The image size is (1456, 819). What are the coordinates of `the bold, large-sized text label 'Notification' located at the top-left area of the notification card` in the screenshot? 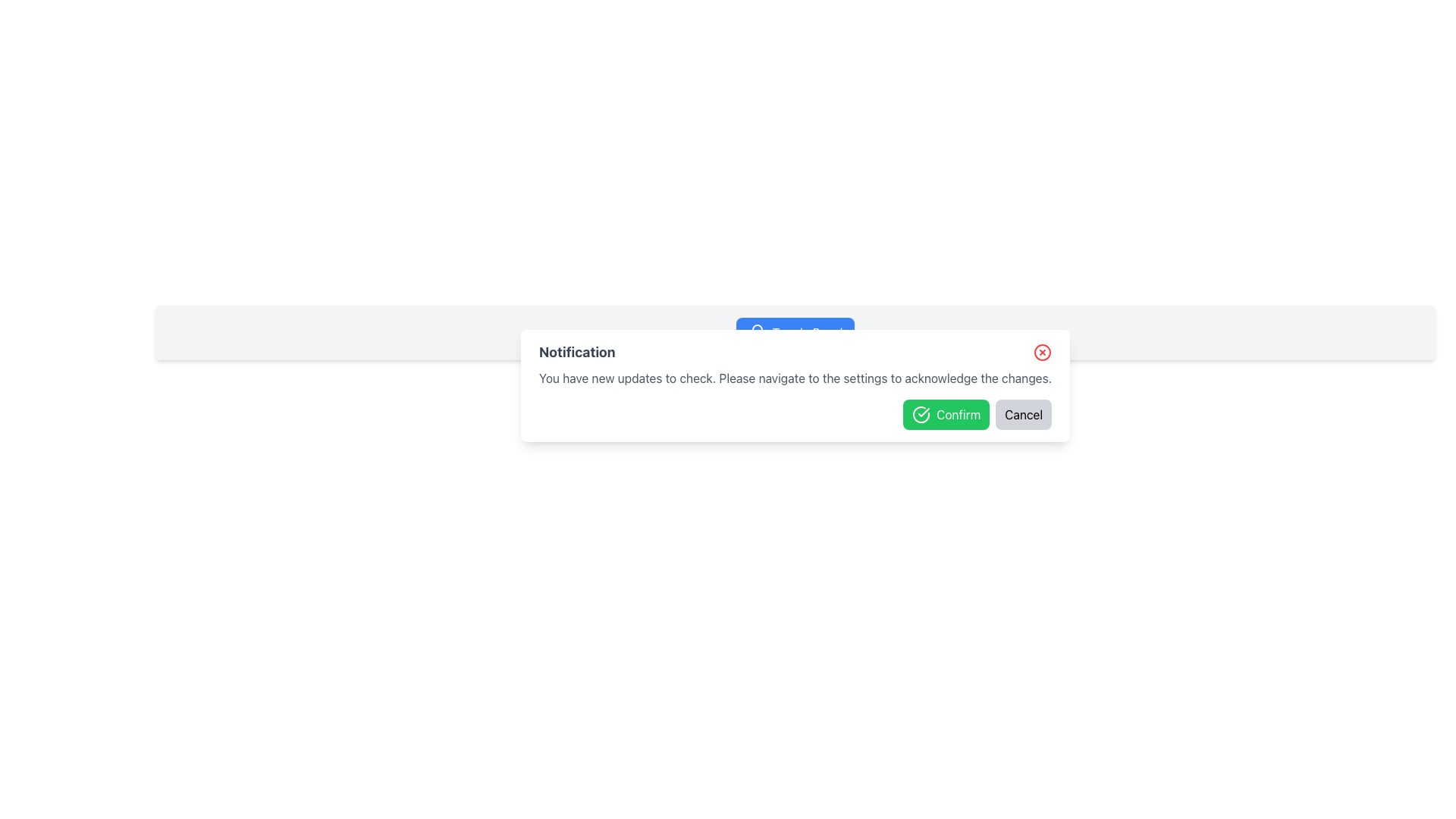 It's located at (576, 353).